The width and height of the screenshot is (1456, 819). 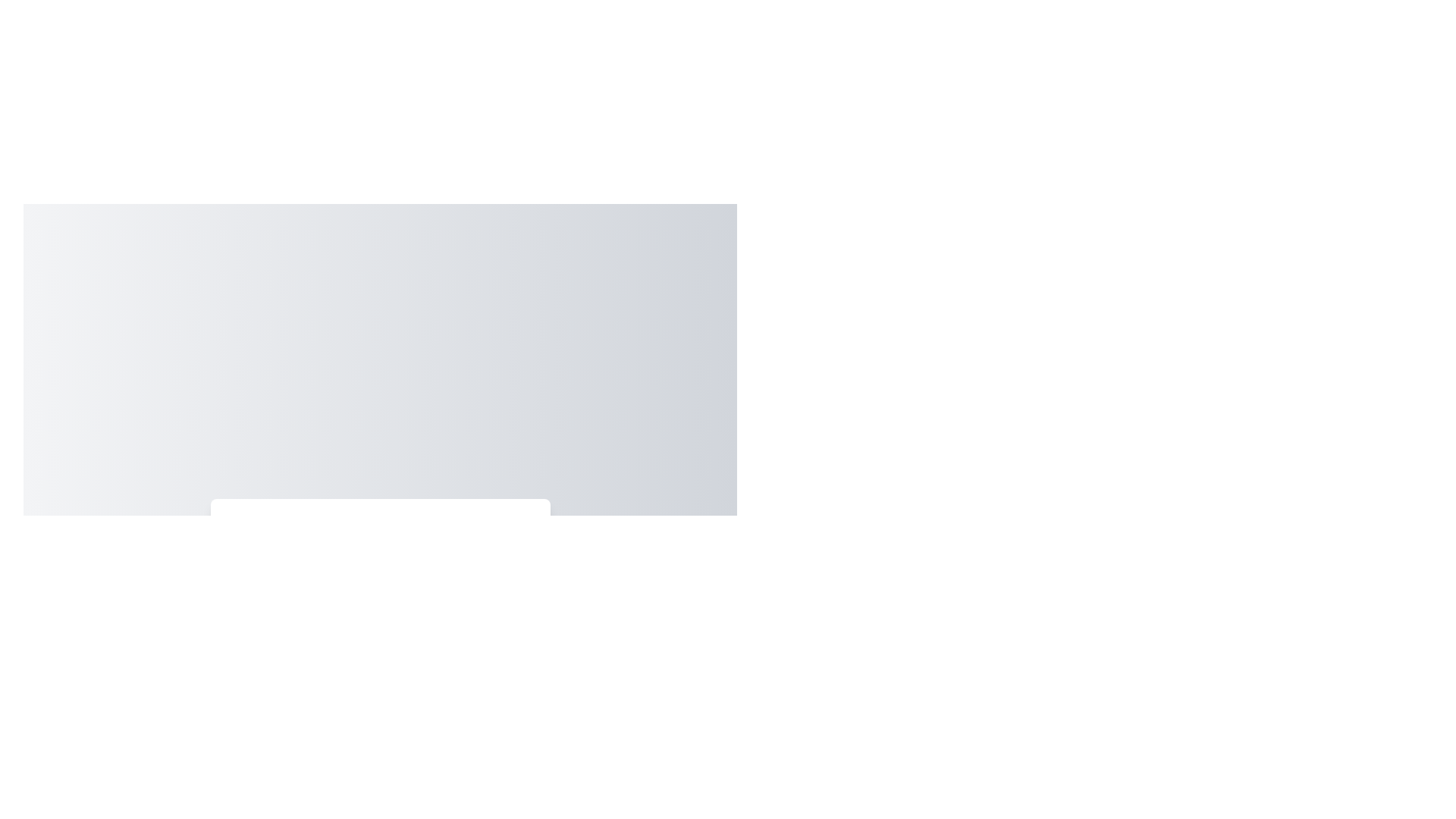 What do you see at coordinates (380, 576) in the screenshot?
I see `the video placeholder image to focus on it` at bounding box center [380, 576].